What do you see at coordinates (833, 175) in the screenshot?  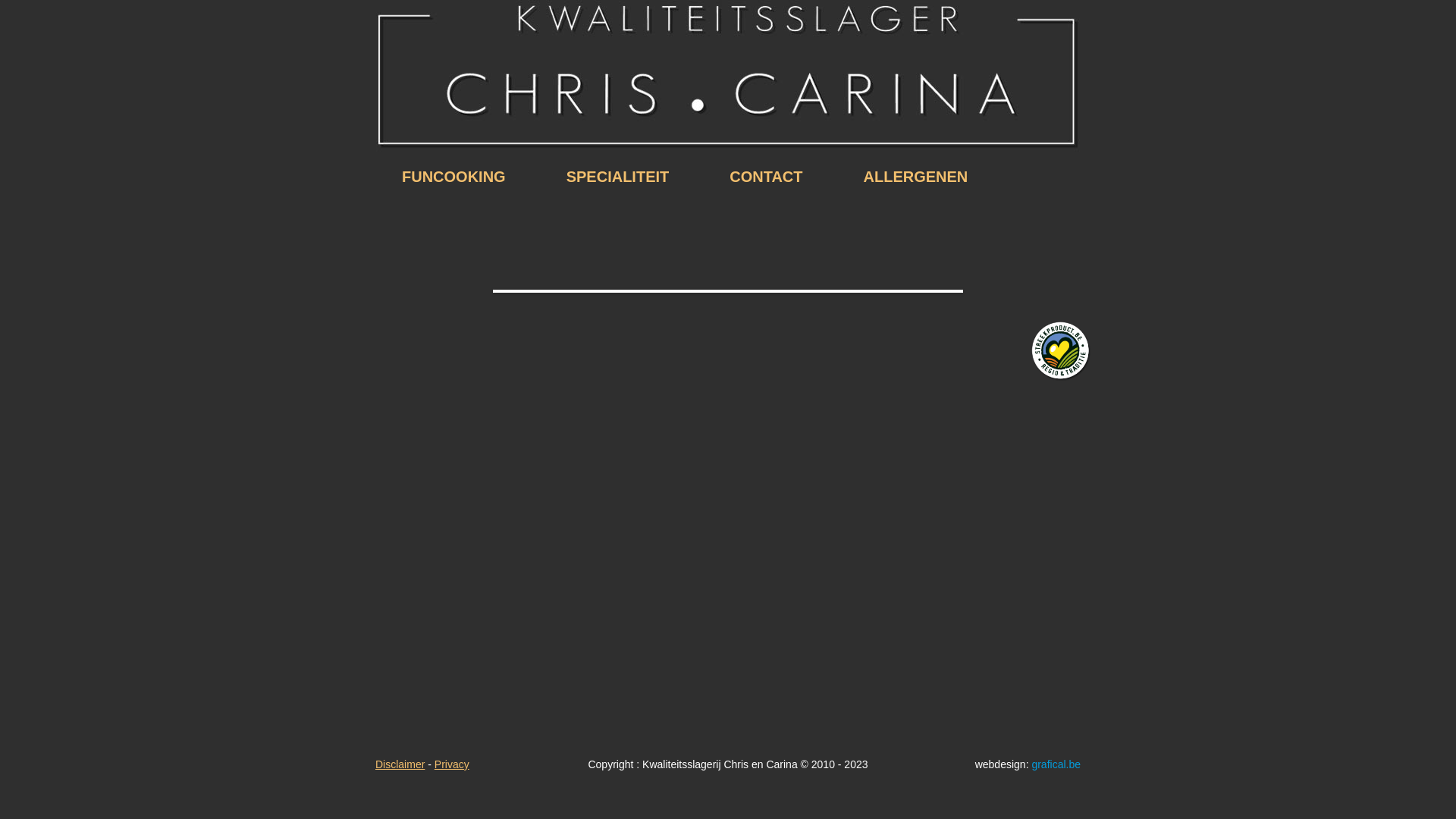 I see `'ALLERGENEN'` at bounding box center [833, 175].